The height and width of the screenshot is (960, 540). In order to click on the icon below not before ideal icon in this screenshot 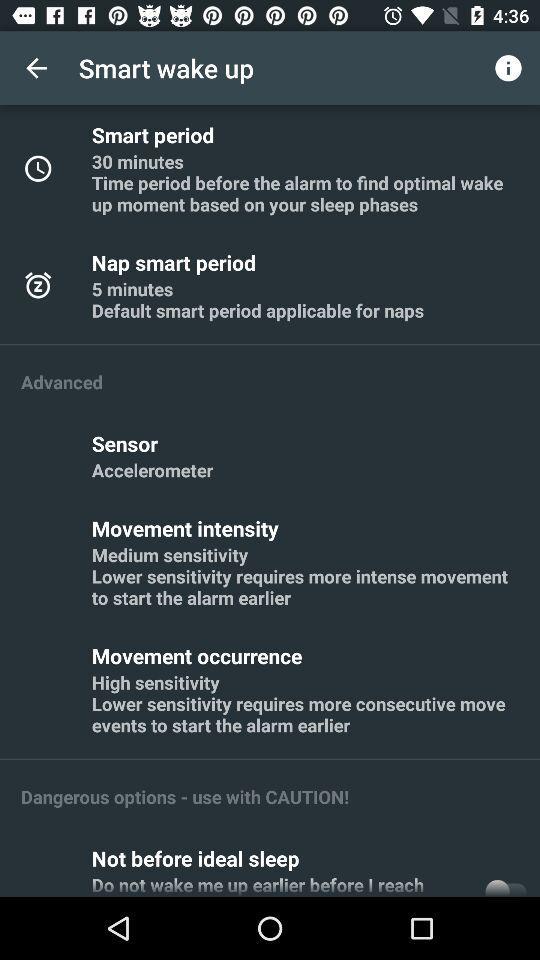, I will do `click(282, 883)`.